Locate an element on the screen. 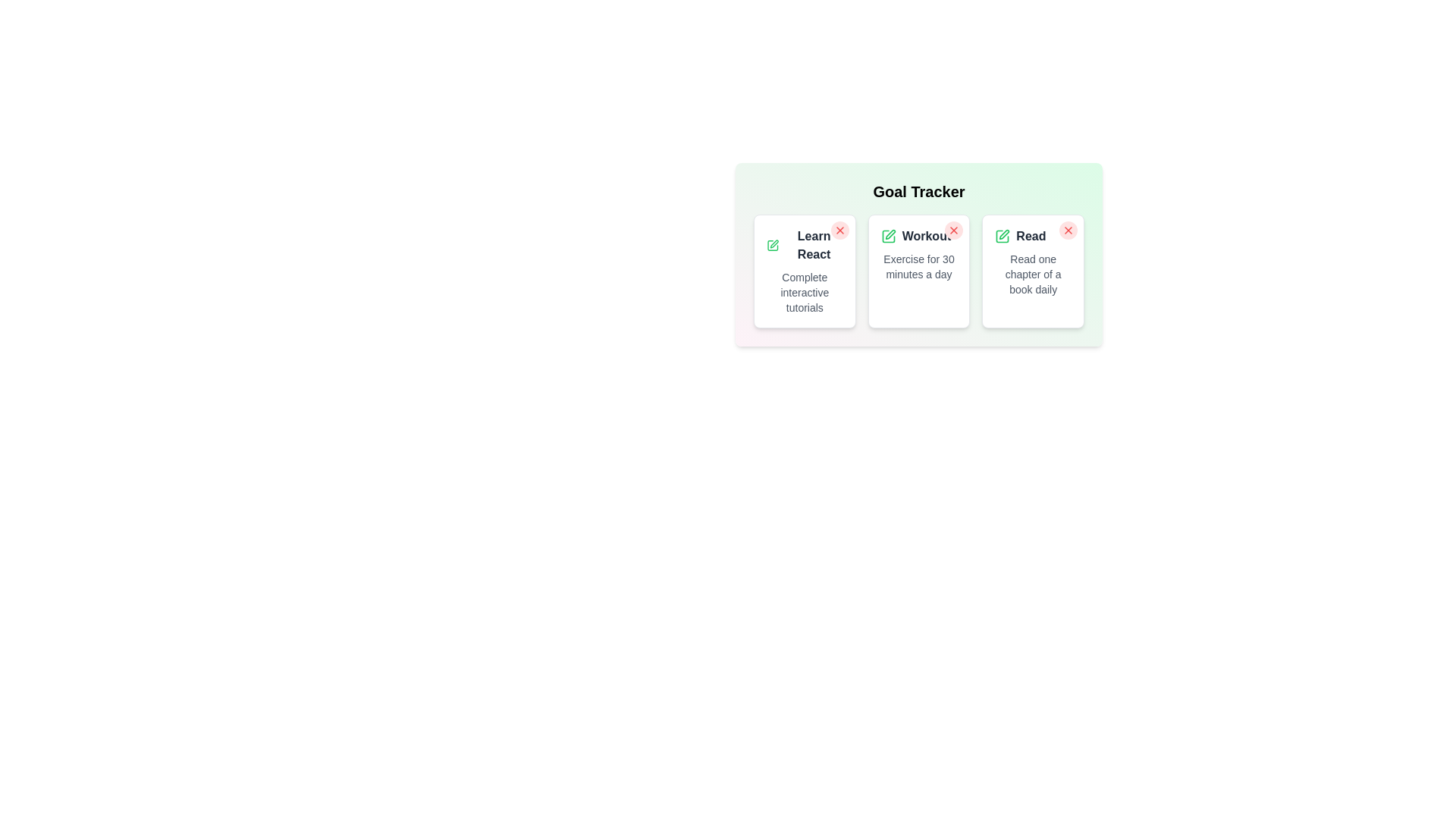  the goal card titled 'Learn React' to view its details is located at coordinates (804, 271).